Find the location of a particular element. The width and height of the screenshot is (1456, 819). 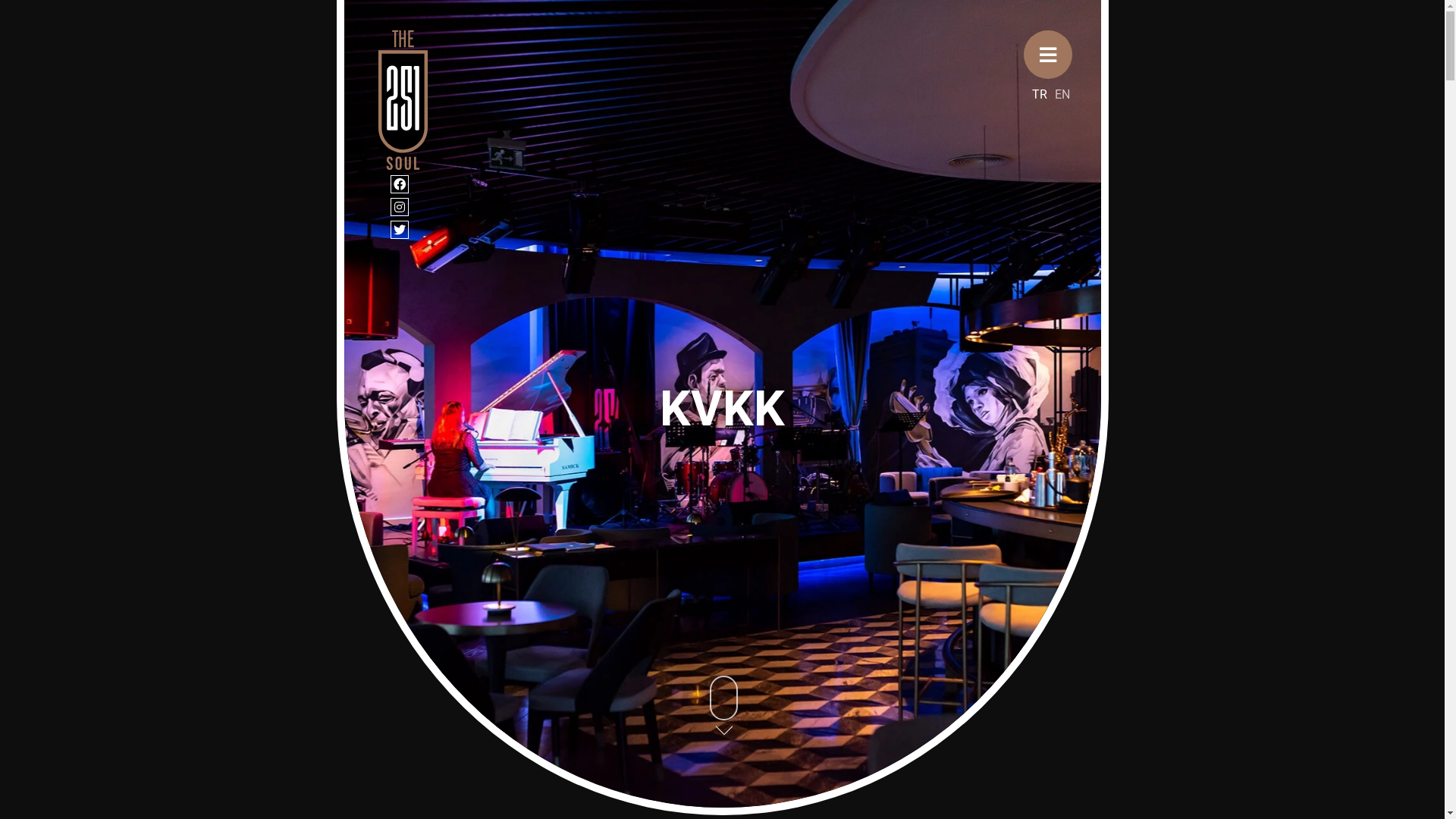

'EN' is located at coordinates (1053, 94).